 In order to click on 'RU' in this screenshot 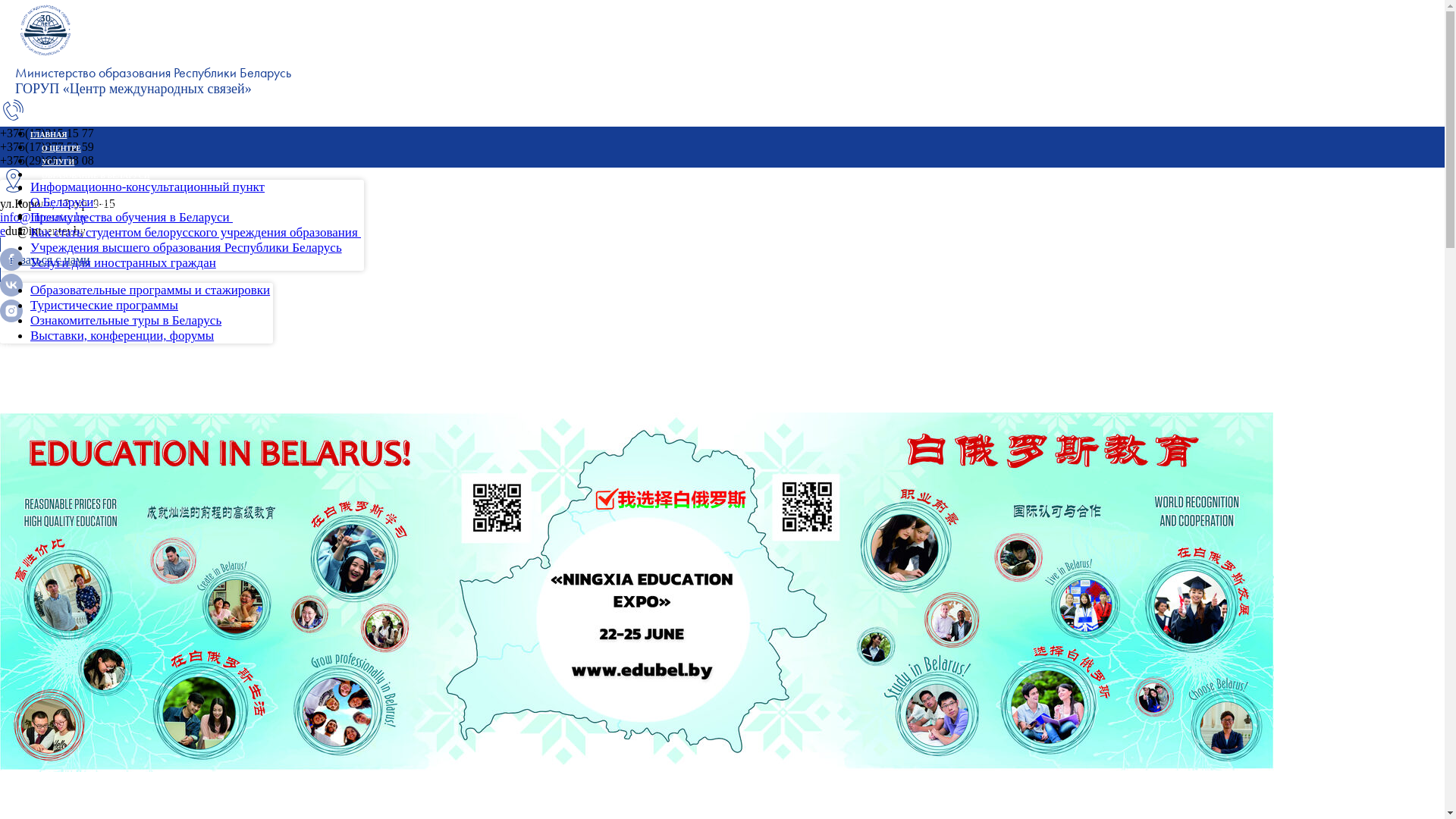, I will do `click(0, 347)`.